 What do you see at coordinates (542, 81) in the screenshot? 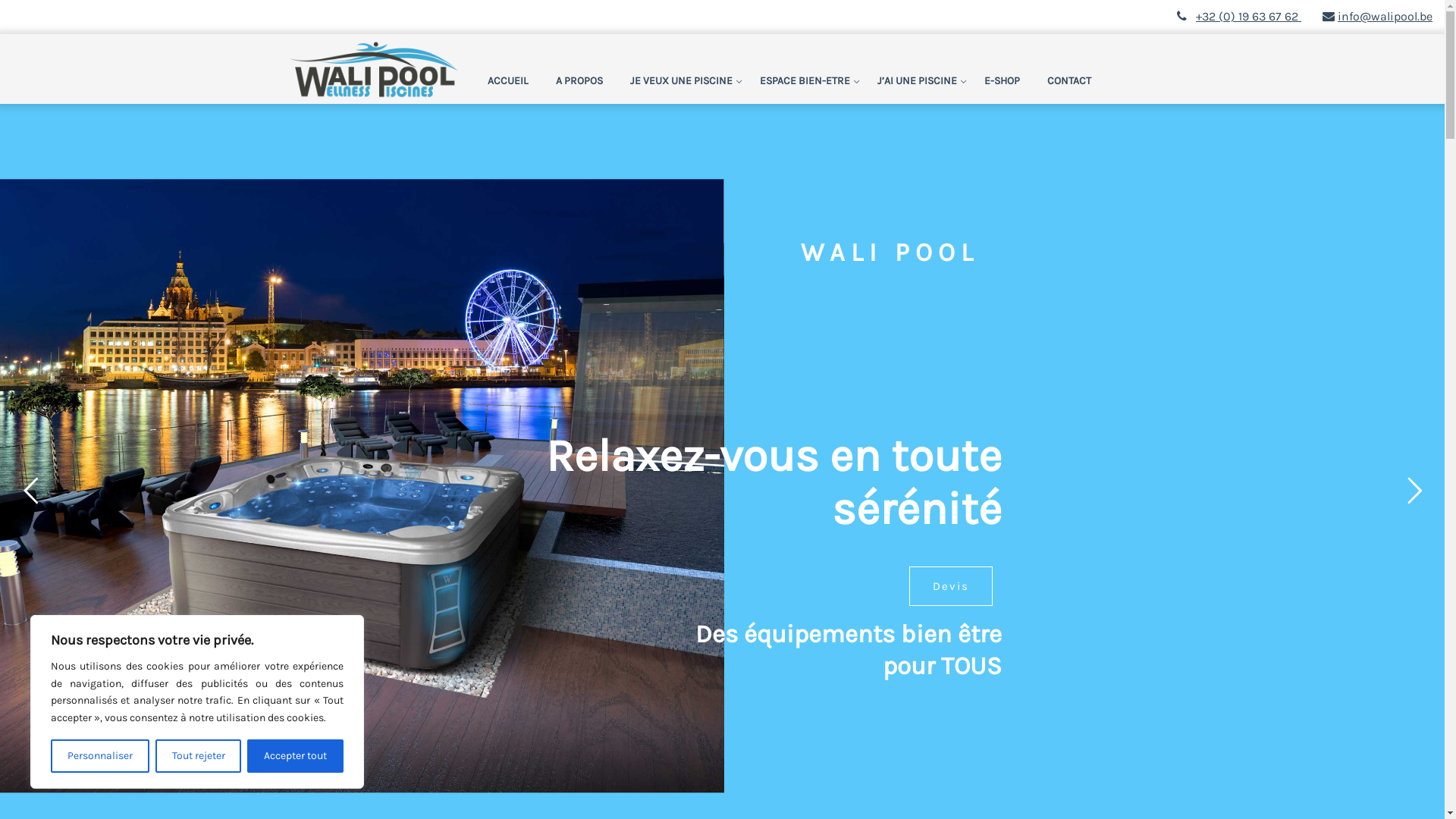
I see `'A PROPOS'` at bounding box center [542, 81].